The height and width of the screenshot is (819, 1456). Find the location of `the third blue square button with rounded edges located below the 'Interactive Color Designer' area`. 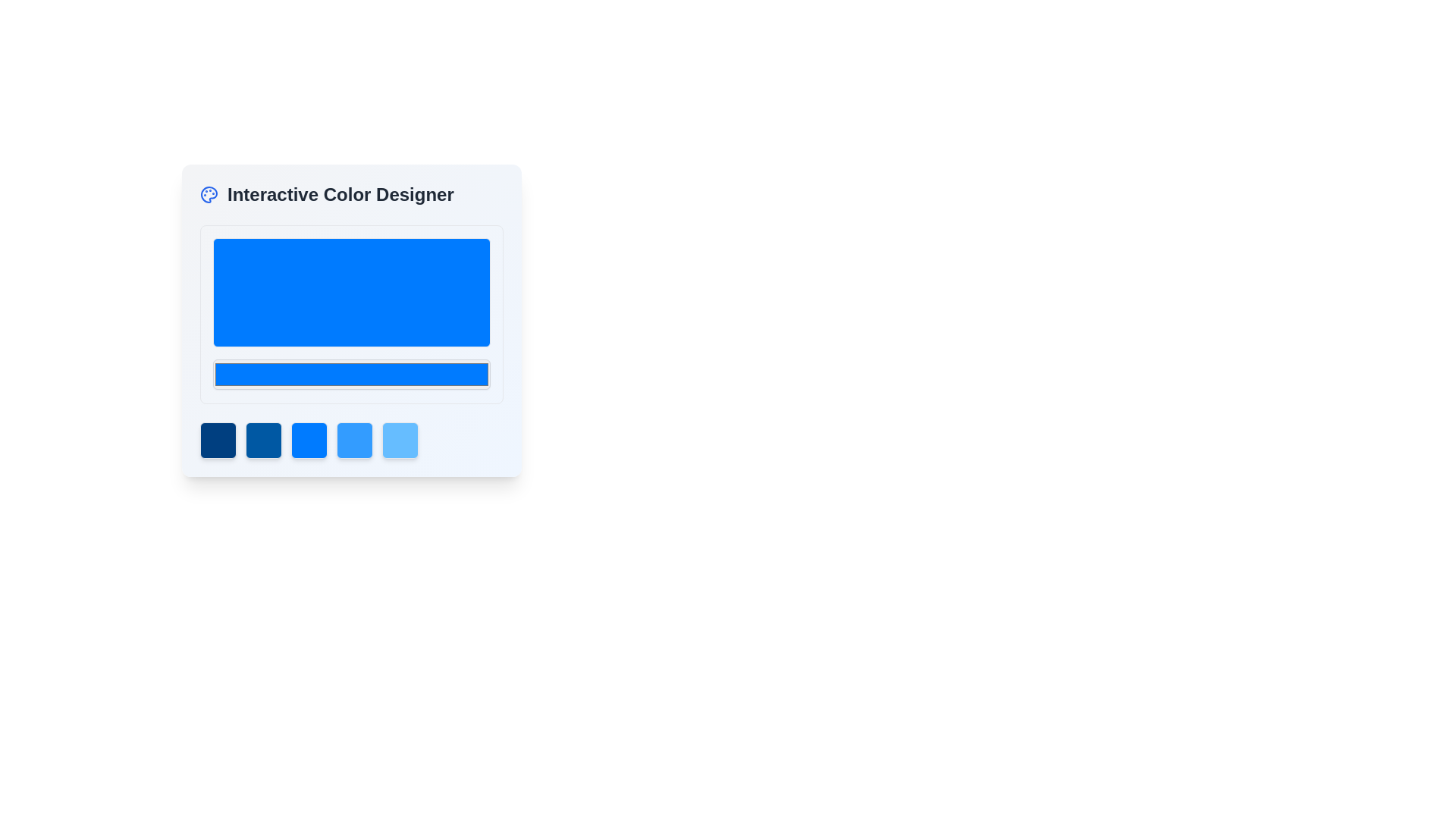

the third blue square button with rounded edges located below the 'Interactive Color Designer' area is located at coordinates (309, 441).